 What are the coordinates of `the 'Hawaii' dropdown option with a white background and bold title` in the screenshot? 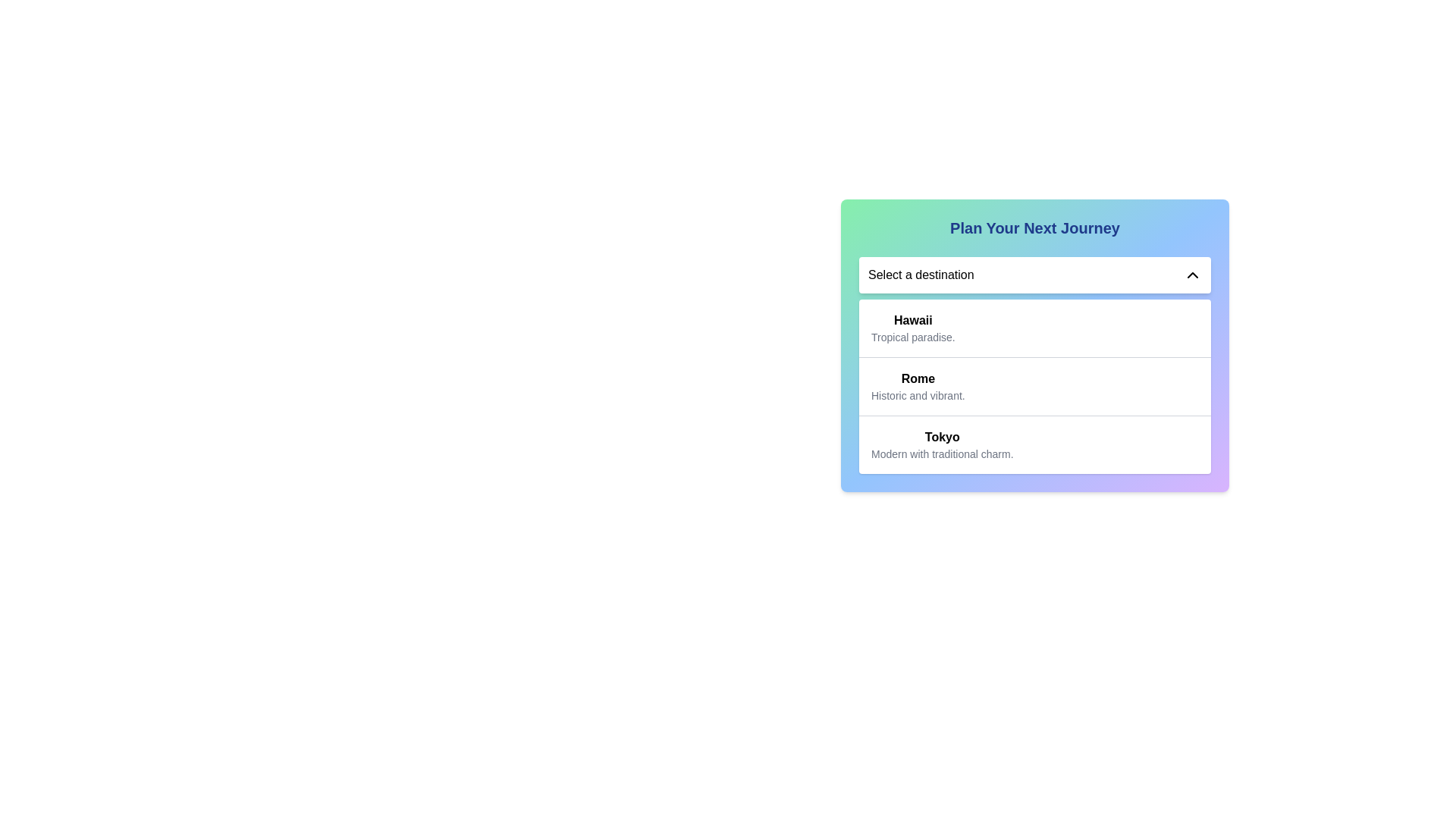 It's located at (1034, 327).